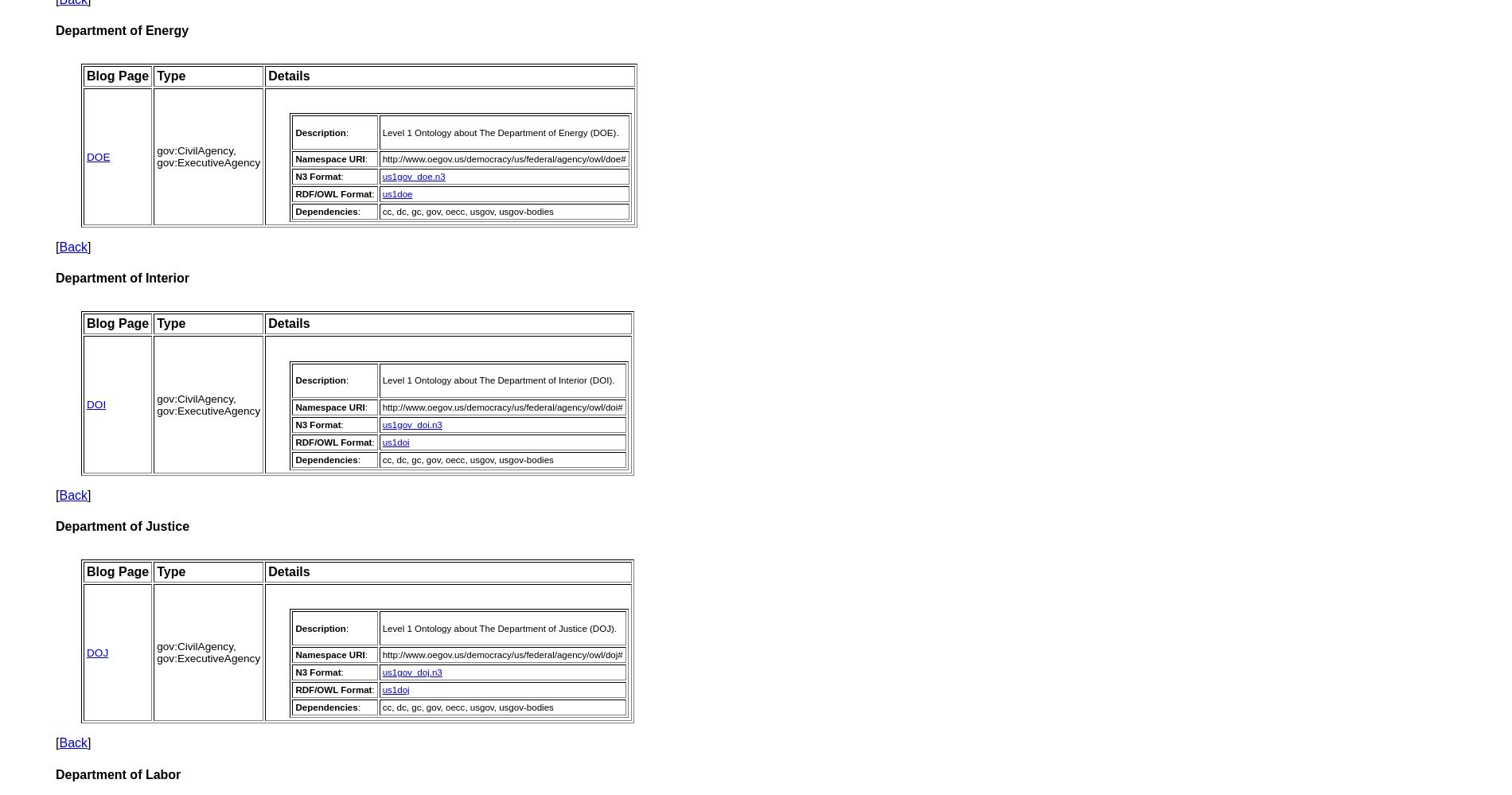  Describe the element at coordinates (87, 155) in the screenshot. I see `'DOE'` at that location.